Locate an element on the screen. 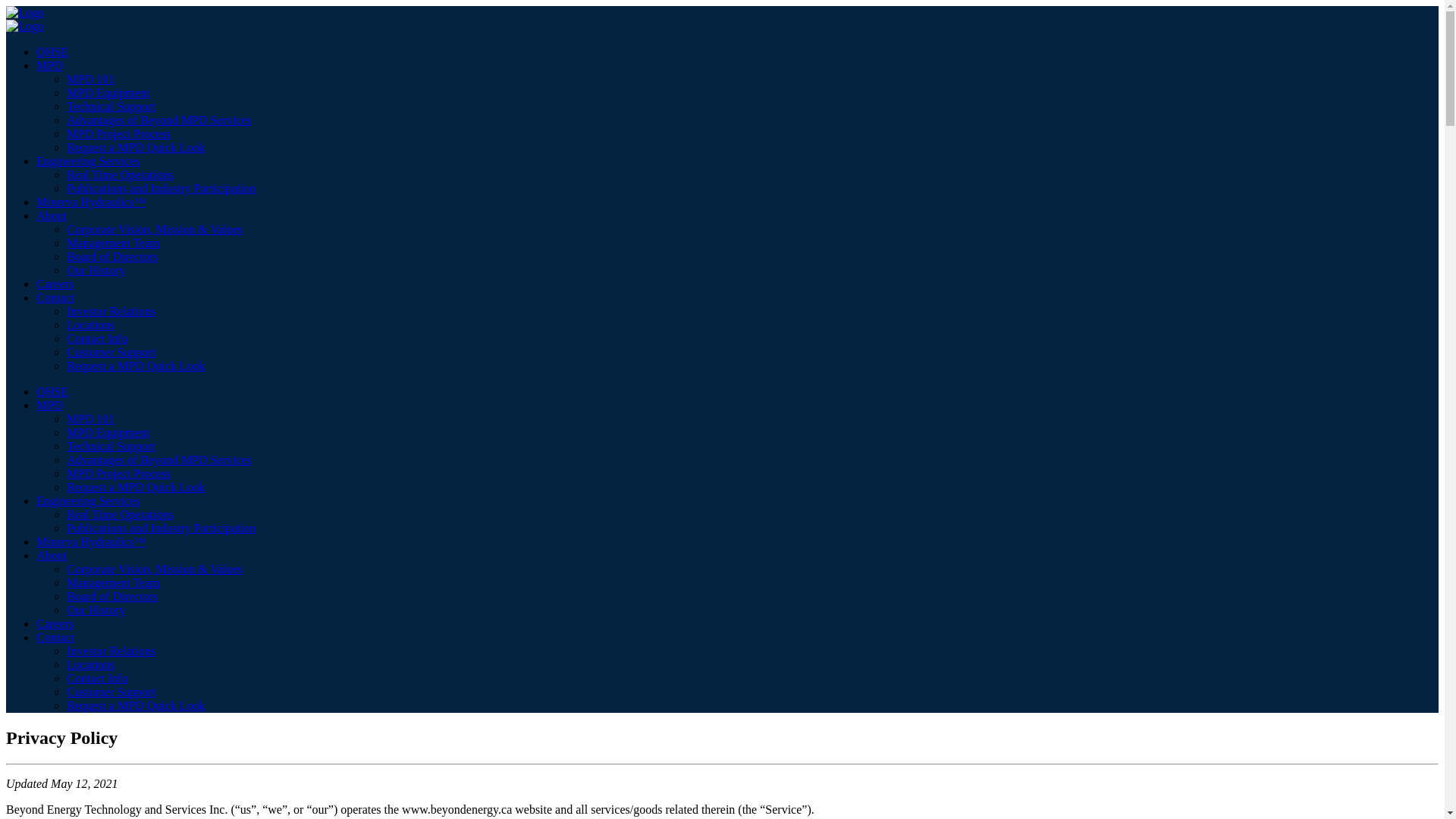 This screenshot has height=819, width=1456. 'Publications and Industry Participation' is located at coordinates (161, 527).